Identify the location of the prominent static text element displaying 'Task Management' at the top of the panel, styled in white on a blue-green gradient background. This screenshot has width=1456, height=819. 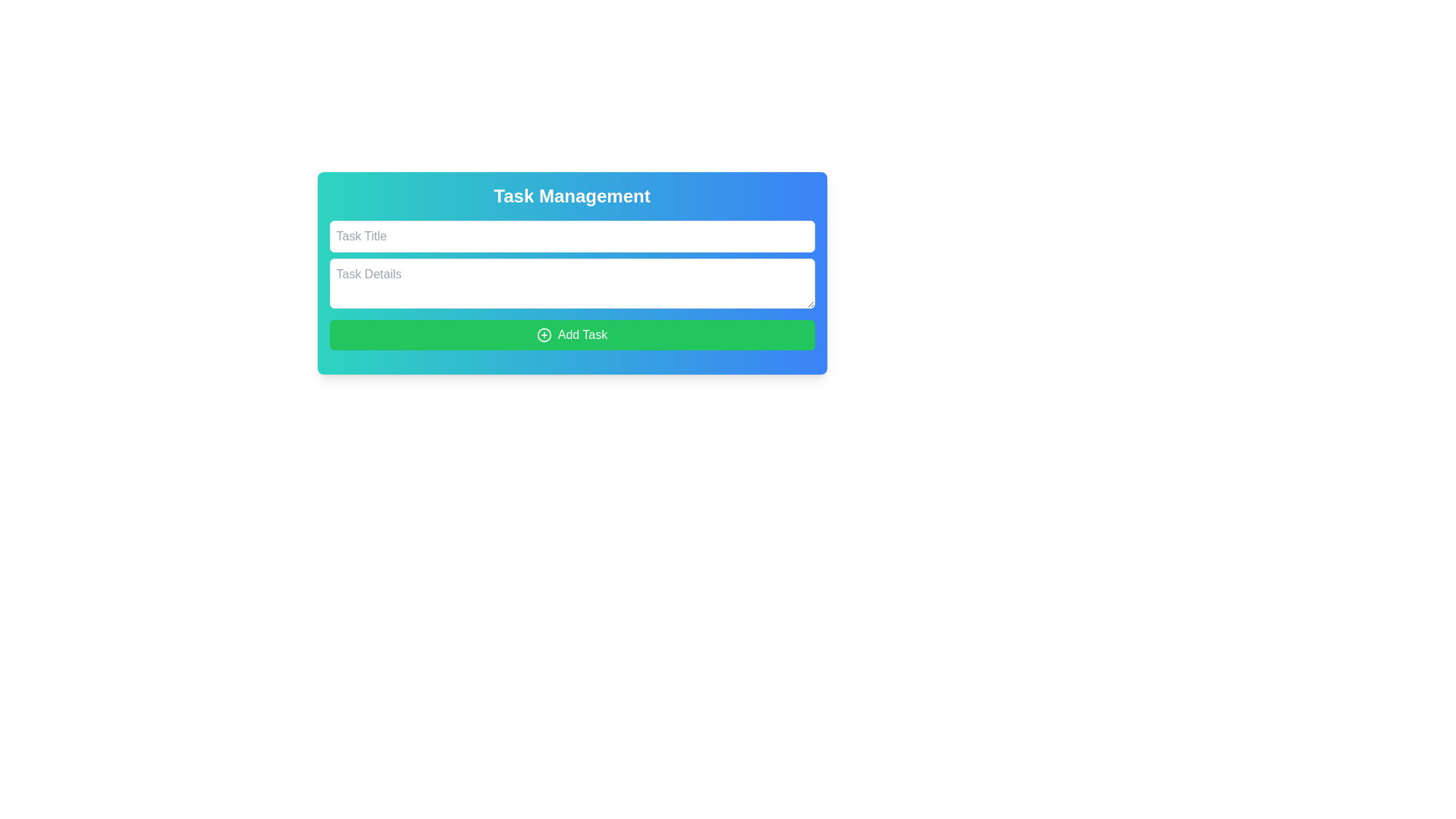
(571, 195).